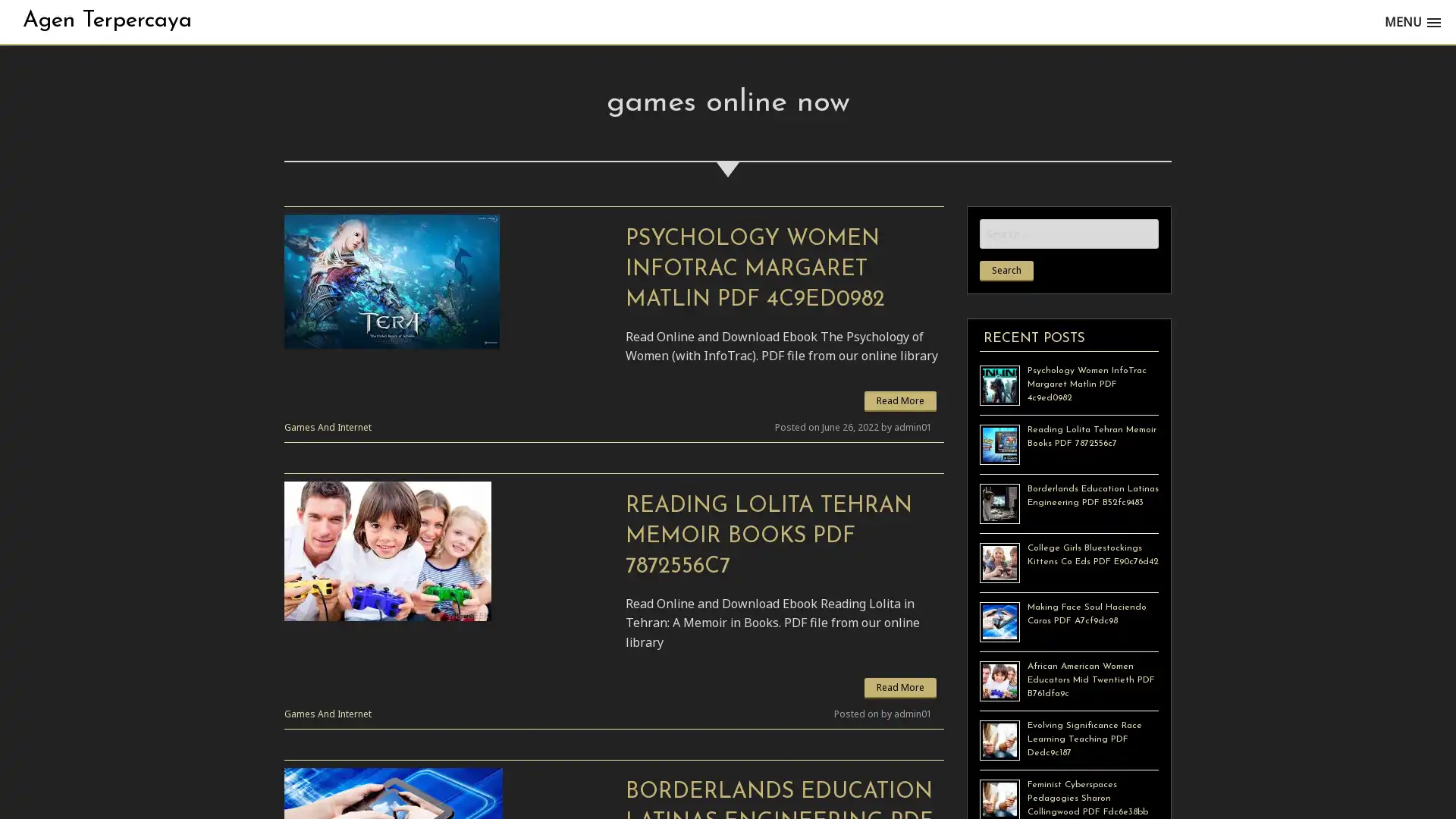  I want to click on Search, so click(1006, 270).